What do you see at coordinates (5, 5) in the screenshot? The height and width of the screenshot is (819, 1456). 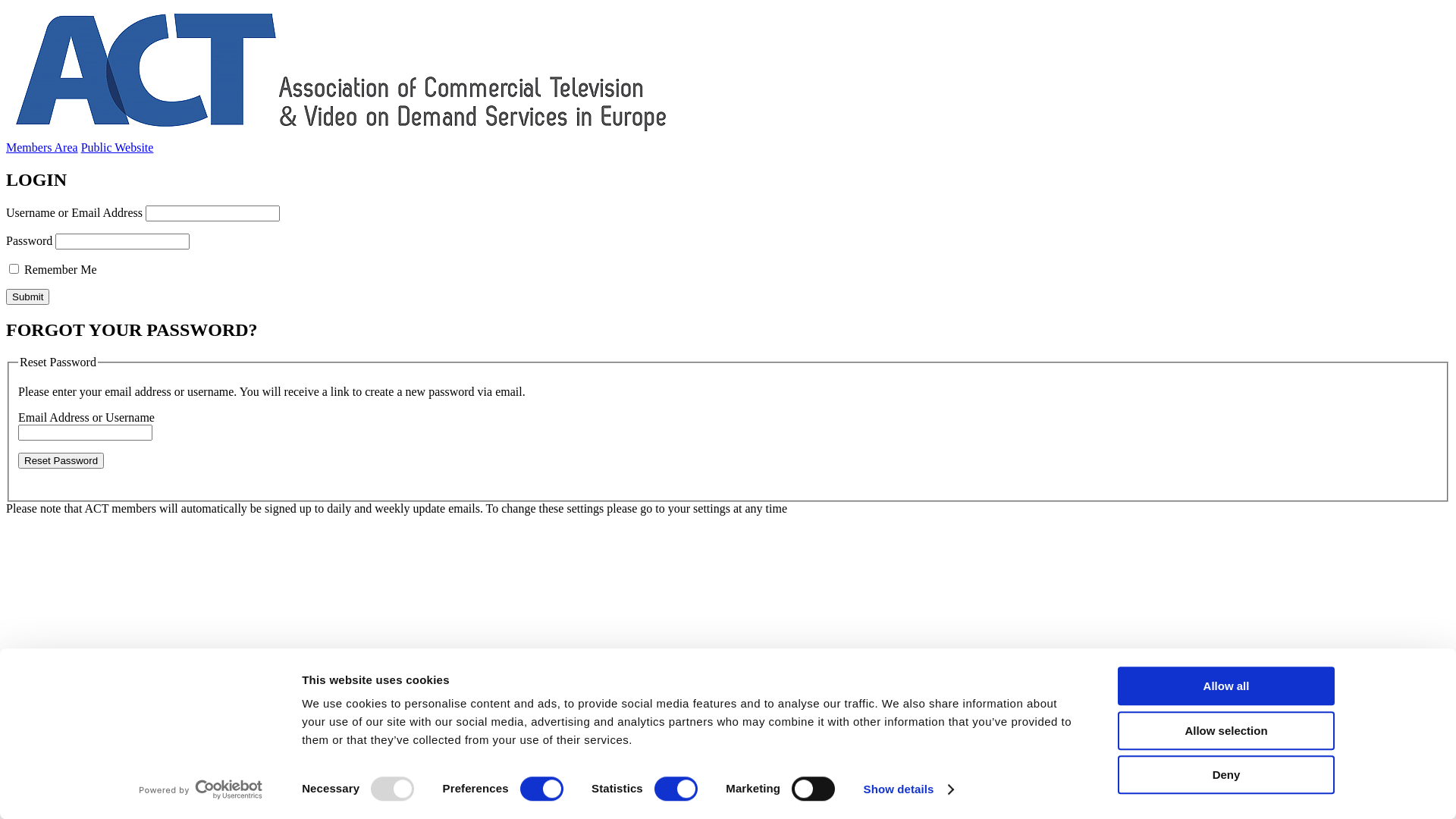 I see `'Skip to content'` at bounding box center [5, 5].